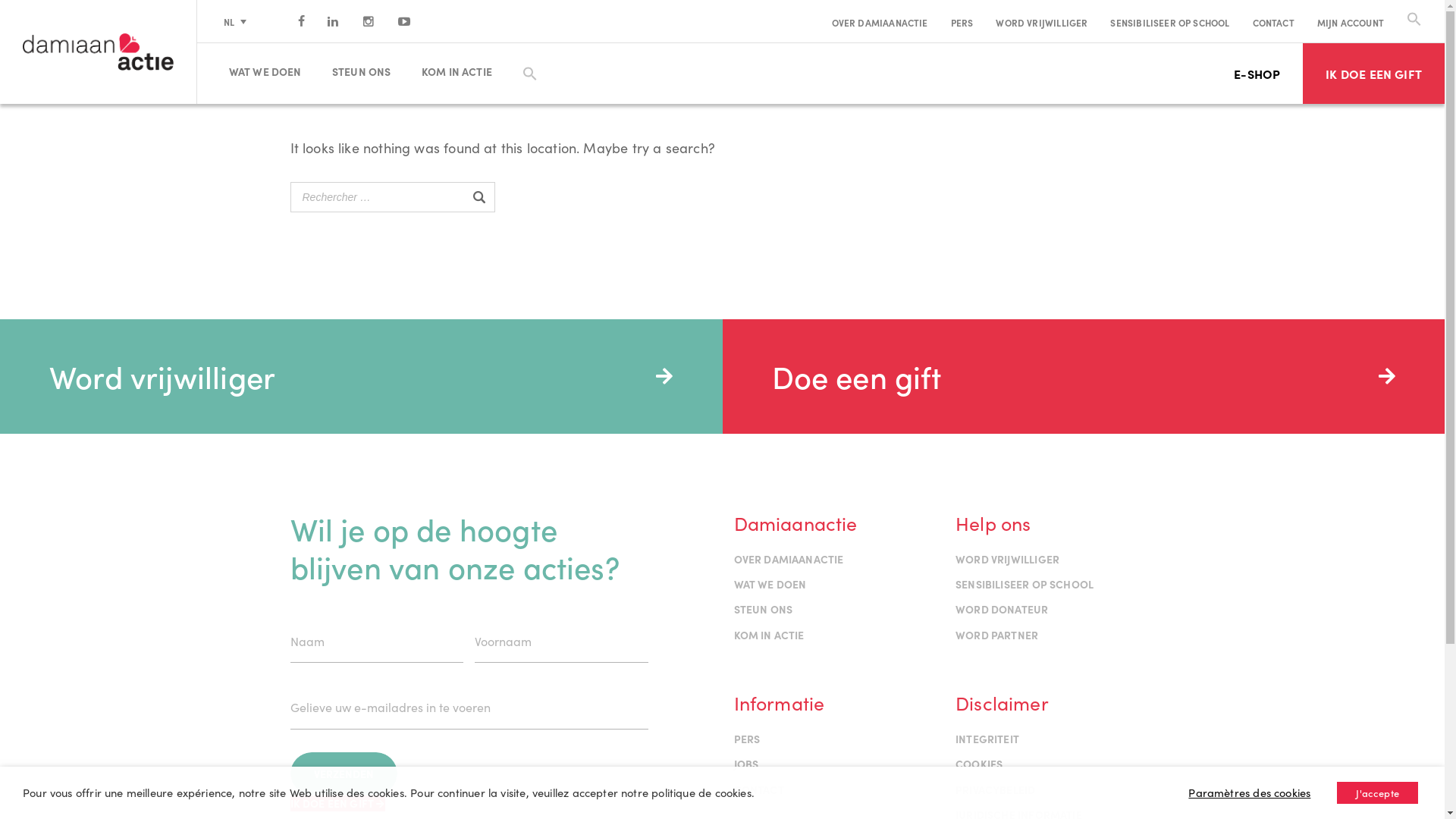  What do you see at coordinates (954, 635) in the screenshot?
I see `'WORD PARTNER'` at bounding box center [954, 635].